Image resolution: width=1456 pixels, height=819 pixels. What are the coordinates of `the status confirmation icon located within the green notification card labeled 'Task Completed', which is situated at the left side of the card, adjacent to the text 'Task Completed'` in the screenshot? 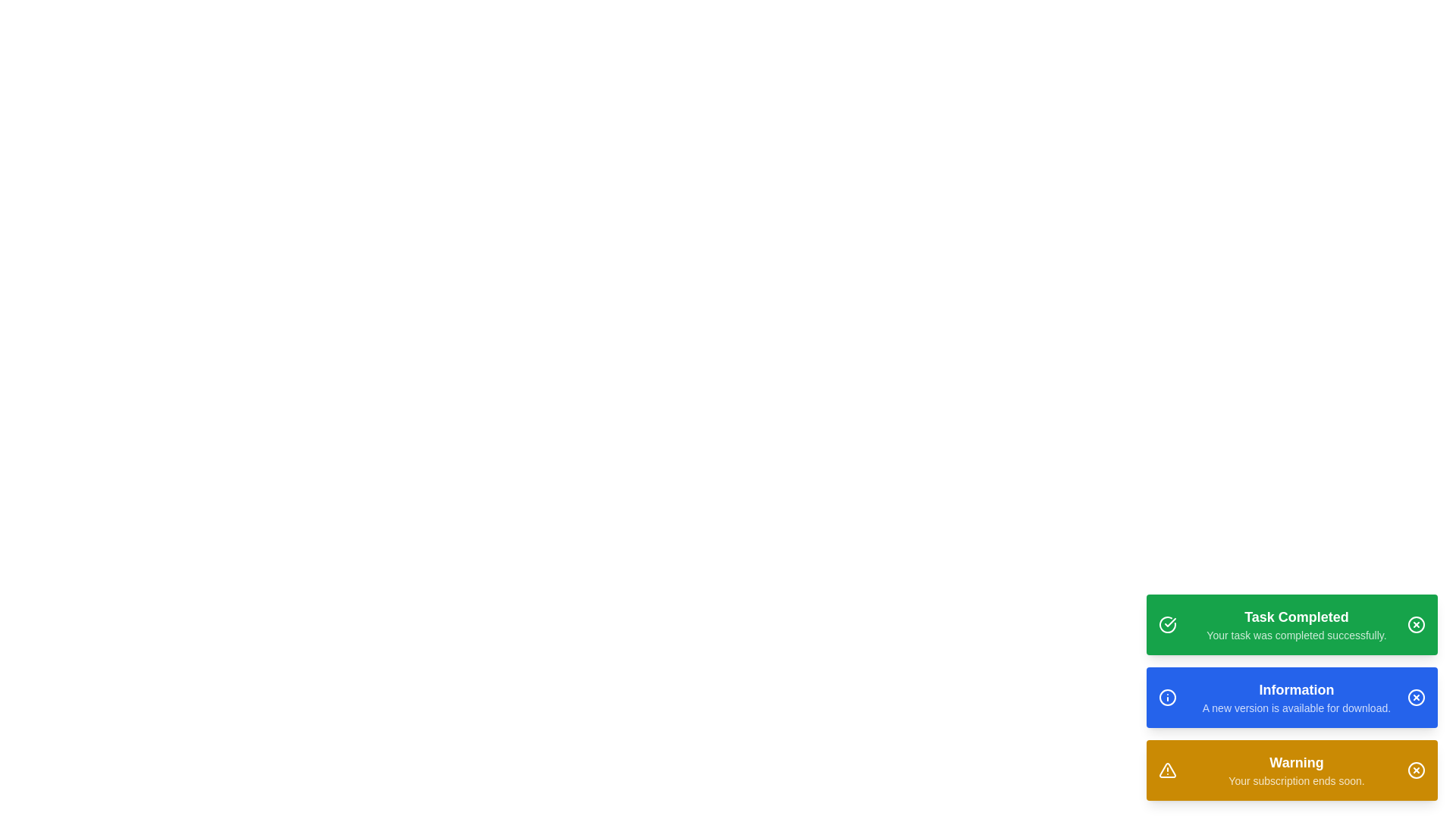 It's located at (1167, 625).